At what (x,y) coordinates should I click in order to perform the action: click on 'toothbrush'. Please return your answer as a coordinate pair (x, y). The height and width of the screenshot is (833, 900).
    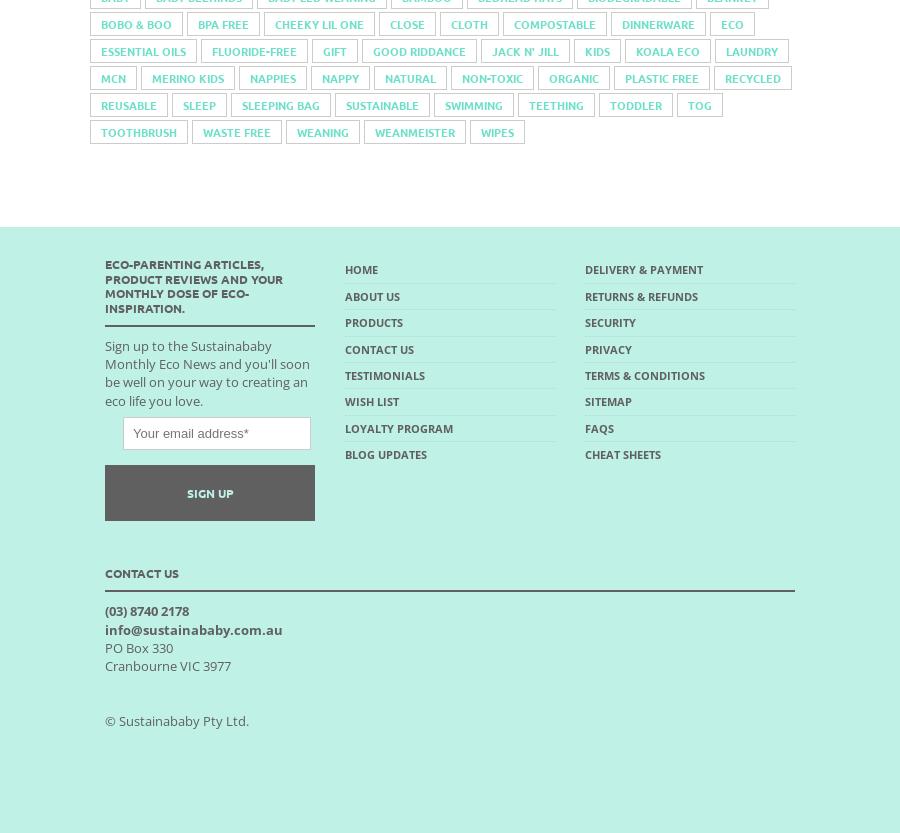
    Looking at the image, I should click on (138, 132).